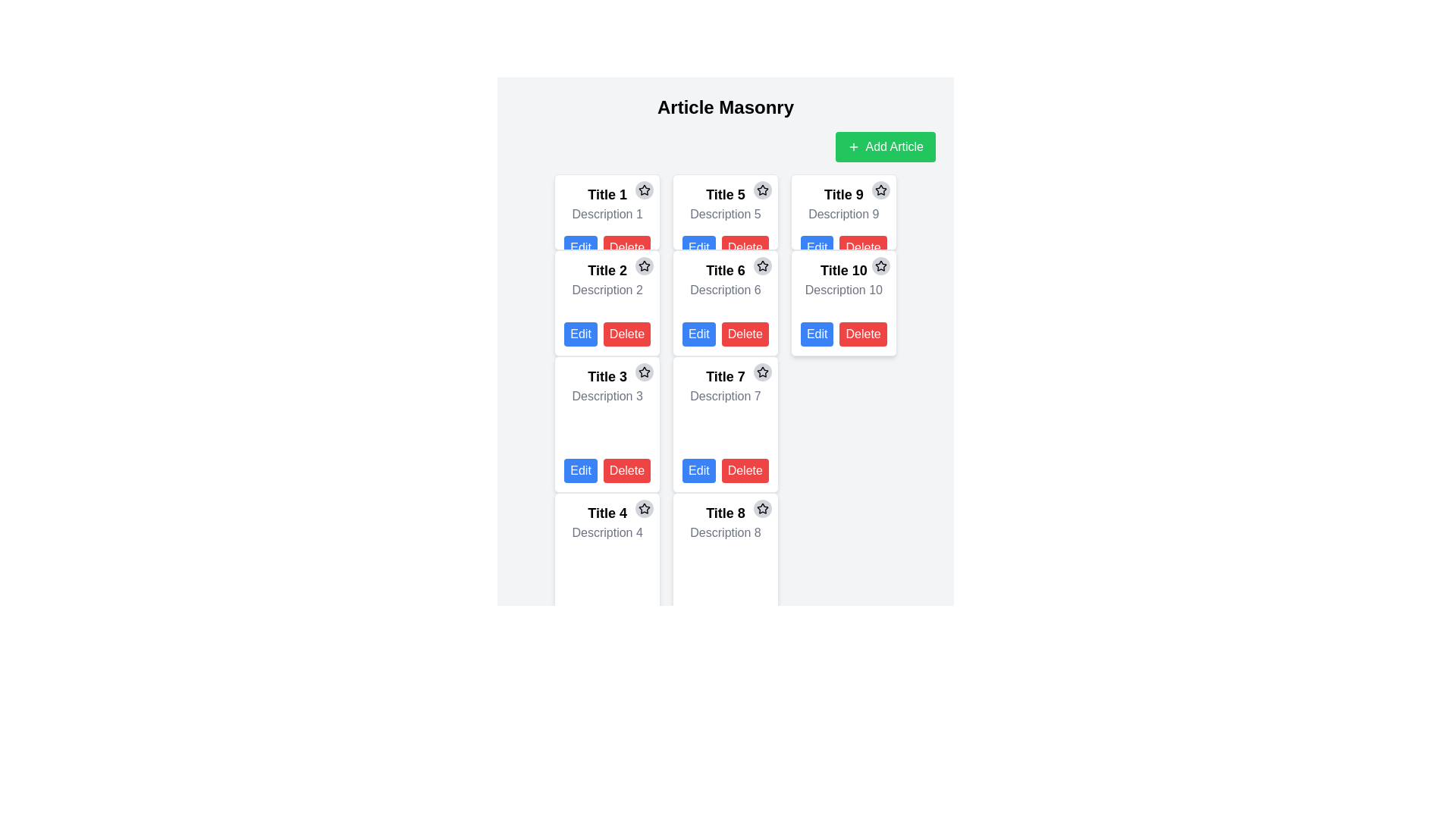 The width and height of the screenshot is (1456, 819). I want to click on the vertical information card located in the top-left corner of the interface, which displays a title and description for an entity, along with action buttons for editing and deleting, so click(607, 212).